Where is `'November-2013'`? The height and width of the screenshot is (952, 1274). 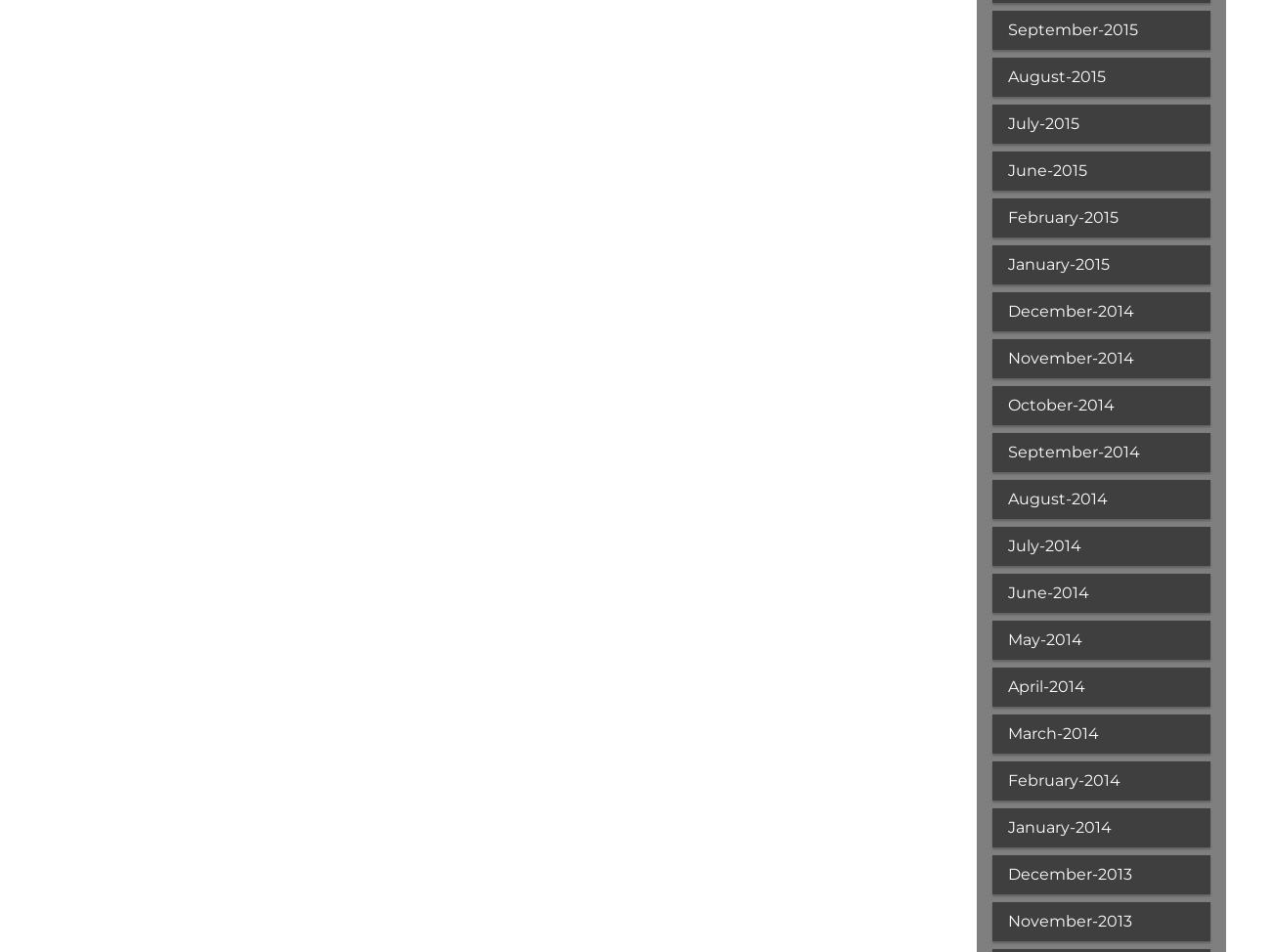 'November-2013' is located at coordinates (1068, 920).